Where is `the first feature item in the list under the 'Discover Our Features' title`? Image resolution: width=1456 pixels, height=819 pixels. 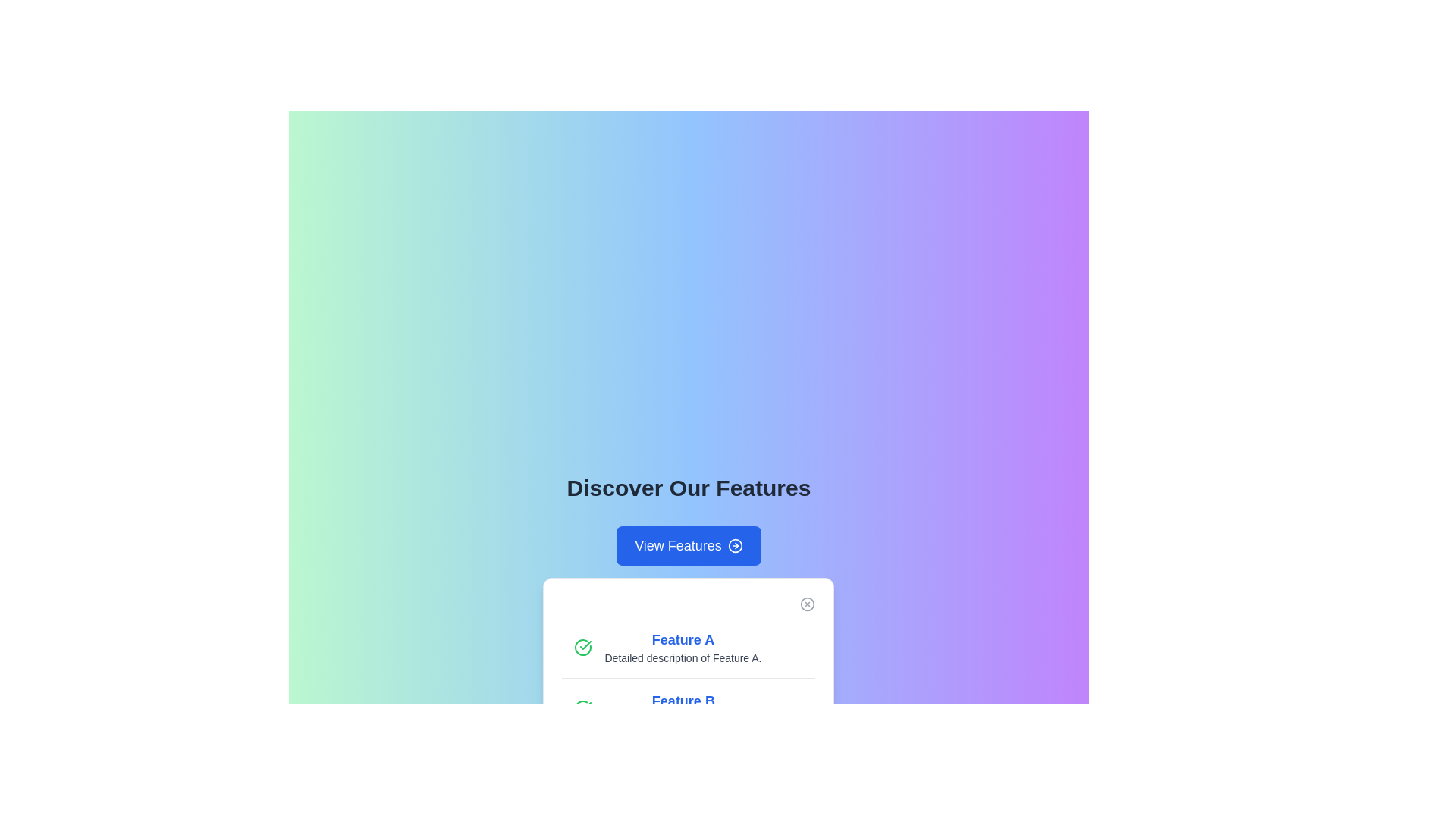
the first feature item in the list under the 'Discover Our Features' title is located at coordinates (688, 648).